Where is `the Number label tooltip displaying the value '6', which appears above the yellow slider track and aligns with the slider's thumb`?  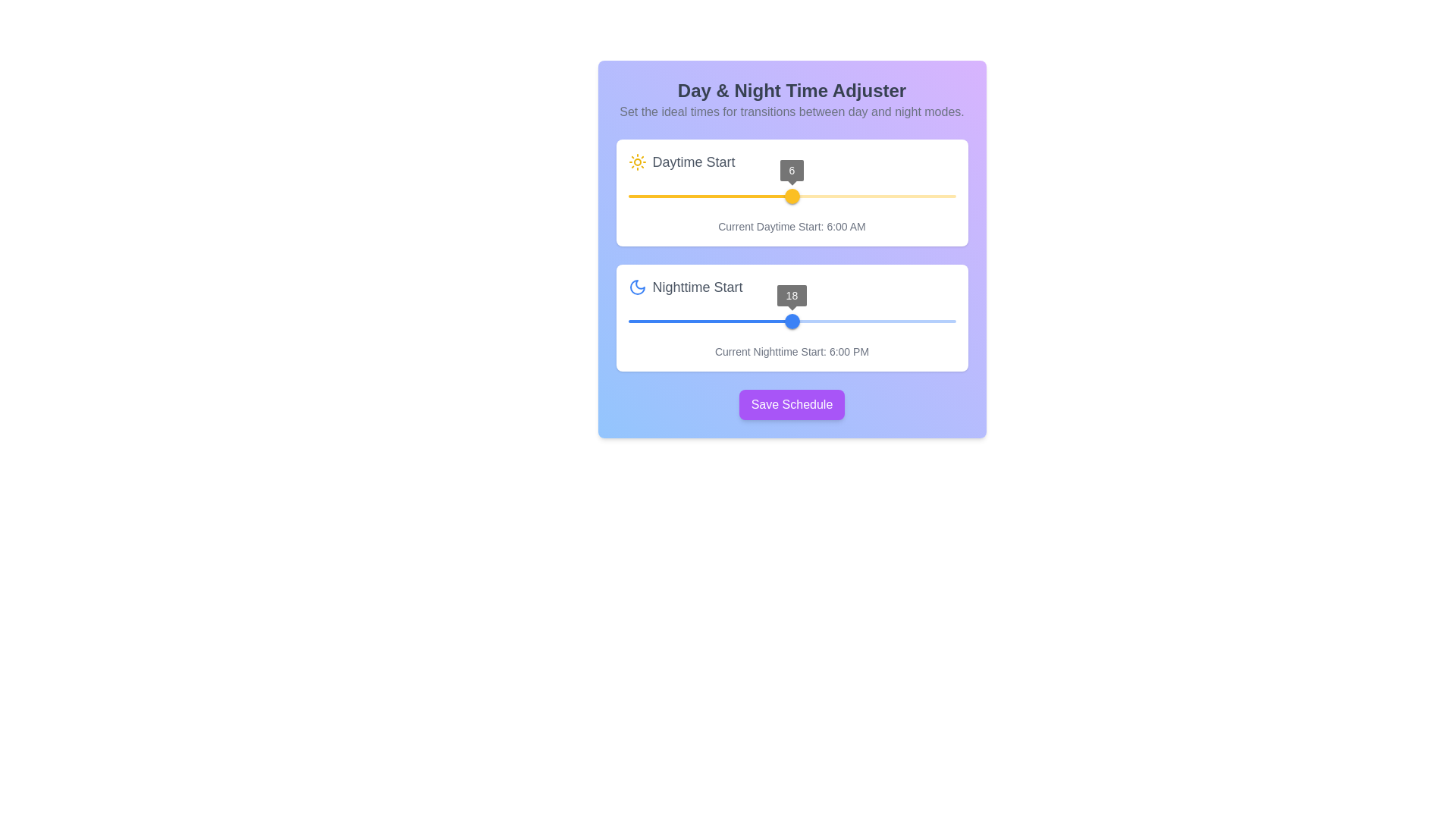
the Number label tooltip displaying the value '6', which appears above the yellow slider track and aligns with the slider's thumb is located at coordinates (791, 170).